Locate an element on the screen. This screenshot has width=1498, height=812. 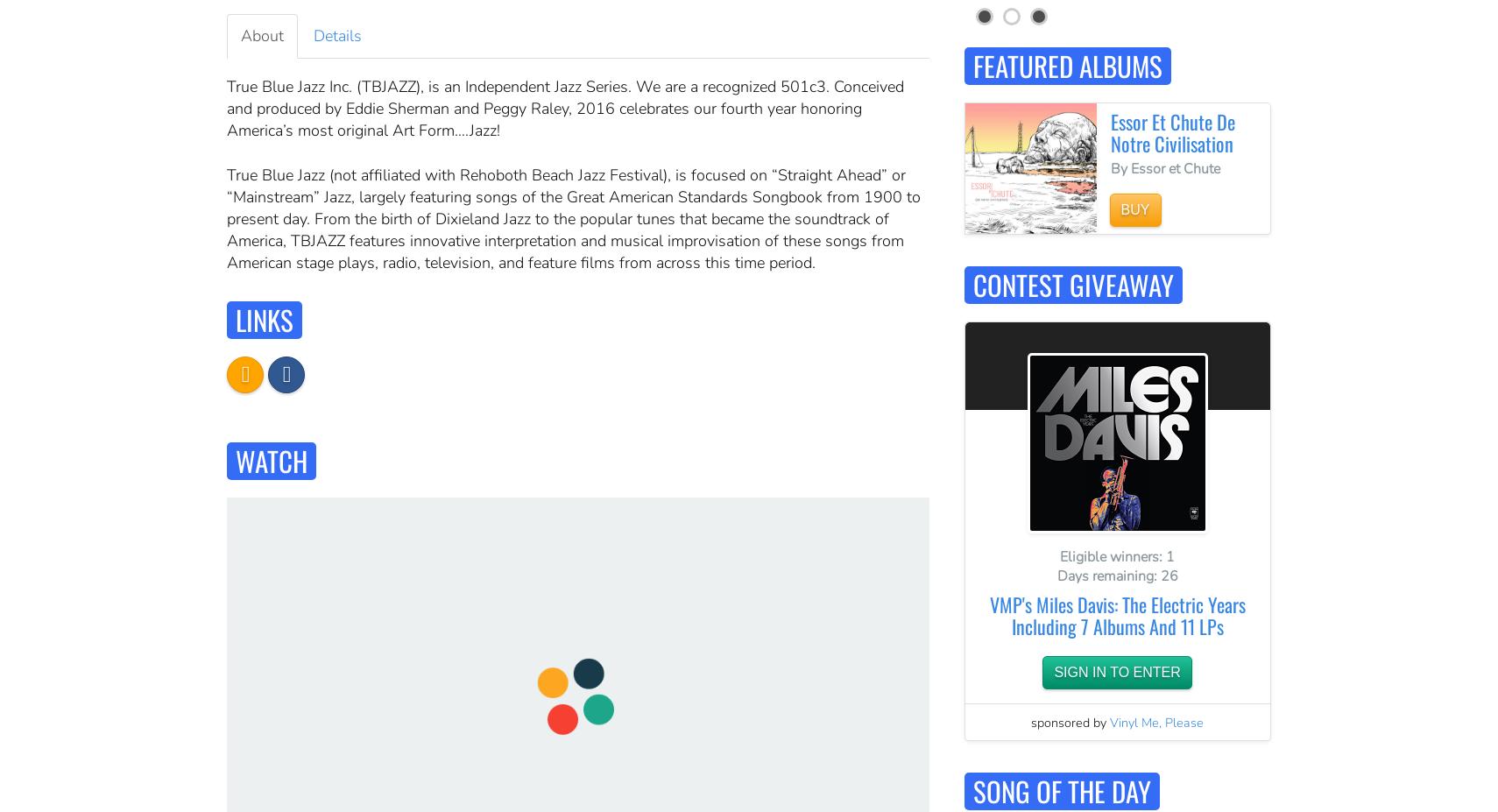
'Vinyl Me, Please' is located at coordinates (1108, 722).